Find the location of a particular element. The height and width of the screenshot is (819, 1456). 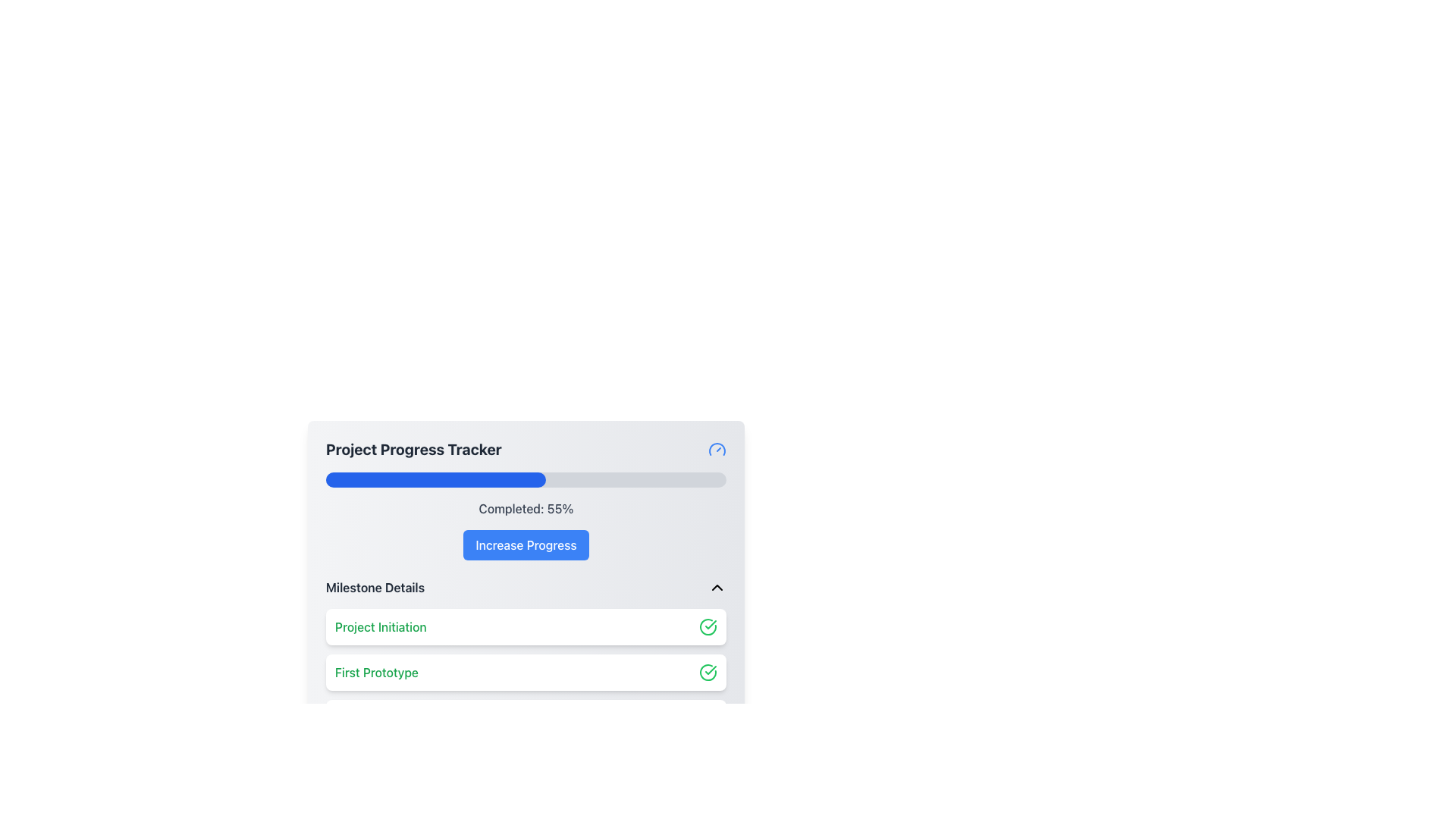

titles of the milestone items displayed as cards below the 'Milestone Details' heading, including 'Project Initiation' and 'First Prototype' is located at coordinates (526, 695).